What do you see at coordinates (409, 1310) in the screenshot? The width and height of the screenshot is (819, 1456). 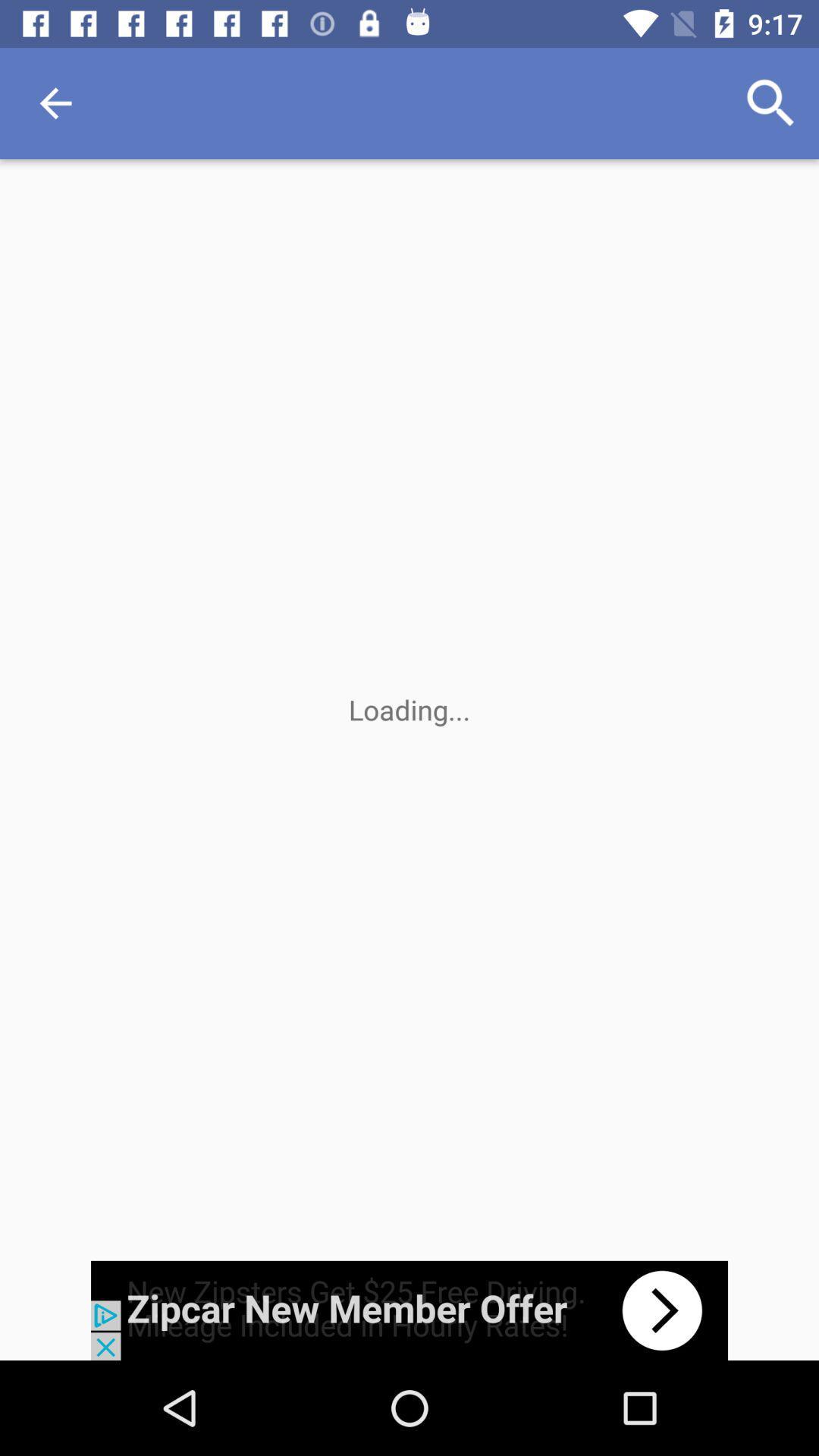 I see `advertisement` at bounding box center [409, 1310].